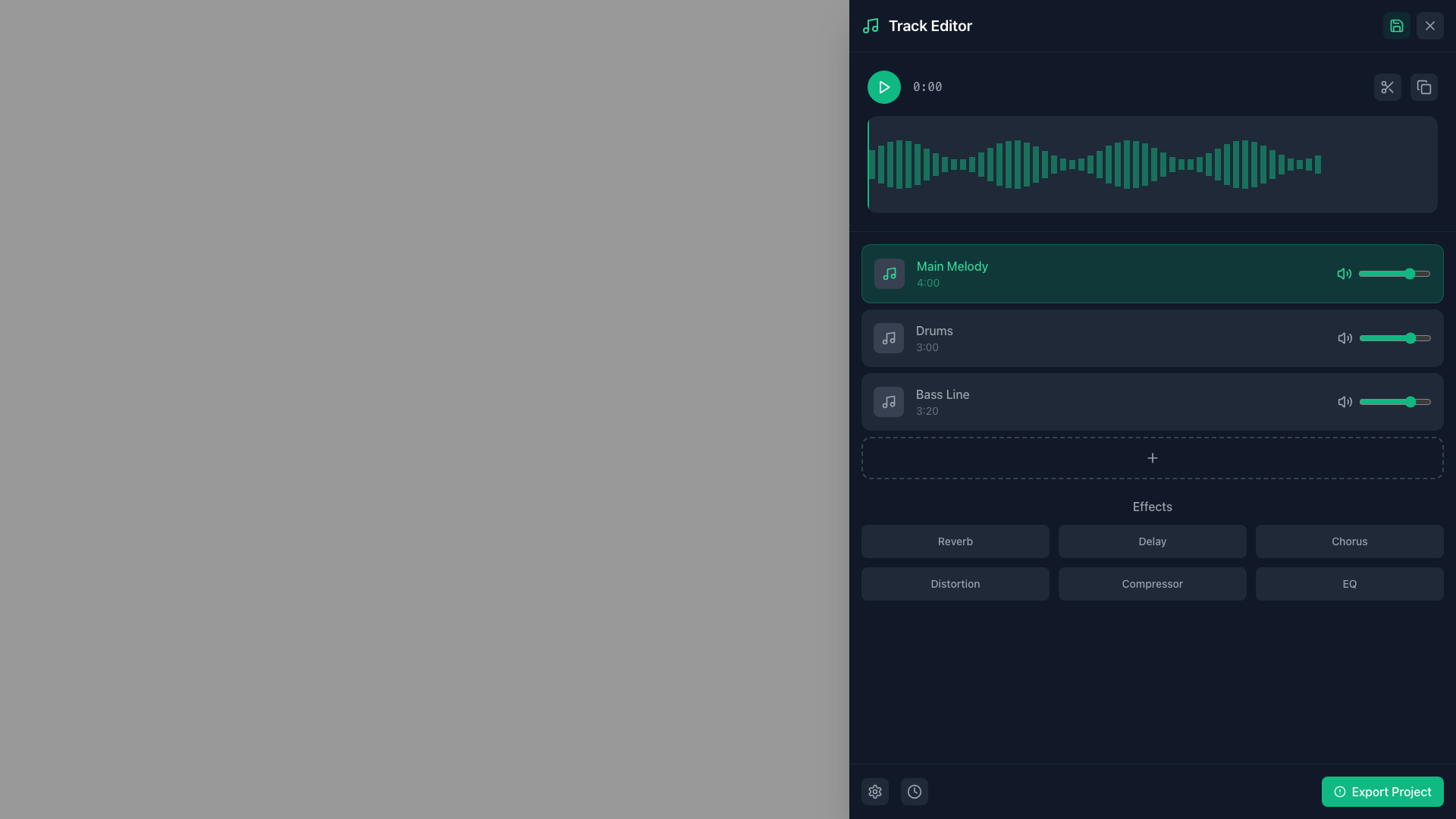  Describe the element at coordinates (1062, 164) in the screenshot. I see `the 23rd waveform bar` at that location.